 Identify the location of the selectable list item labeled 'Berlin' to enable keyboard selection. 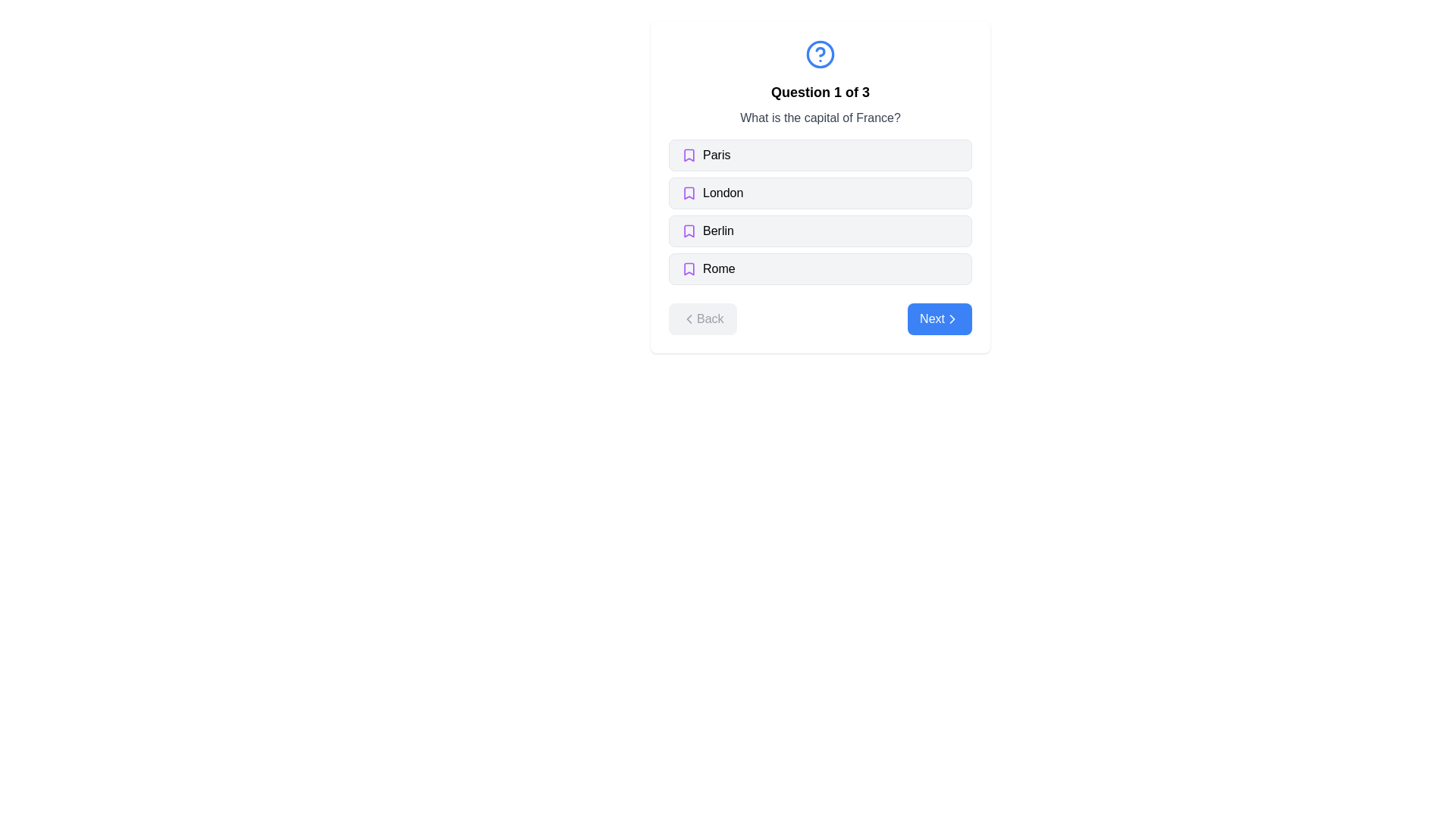
(819, 231).